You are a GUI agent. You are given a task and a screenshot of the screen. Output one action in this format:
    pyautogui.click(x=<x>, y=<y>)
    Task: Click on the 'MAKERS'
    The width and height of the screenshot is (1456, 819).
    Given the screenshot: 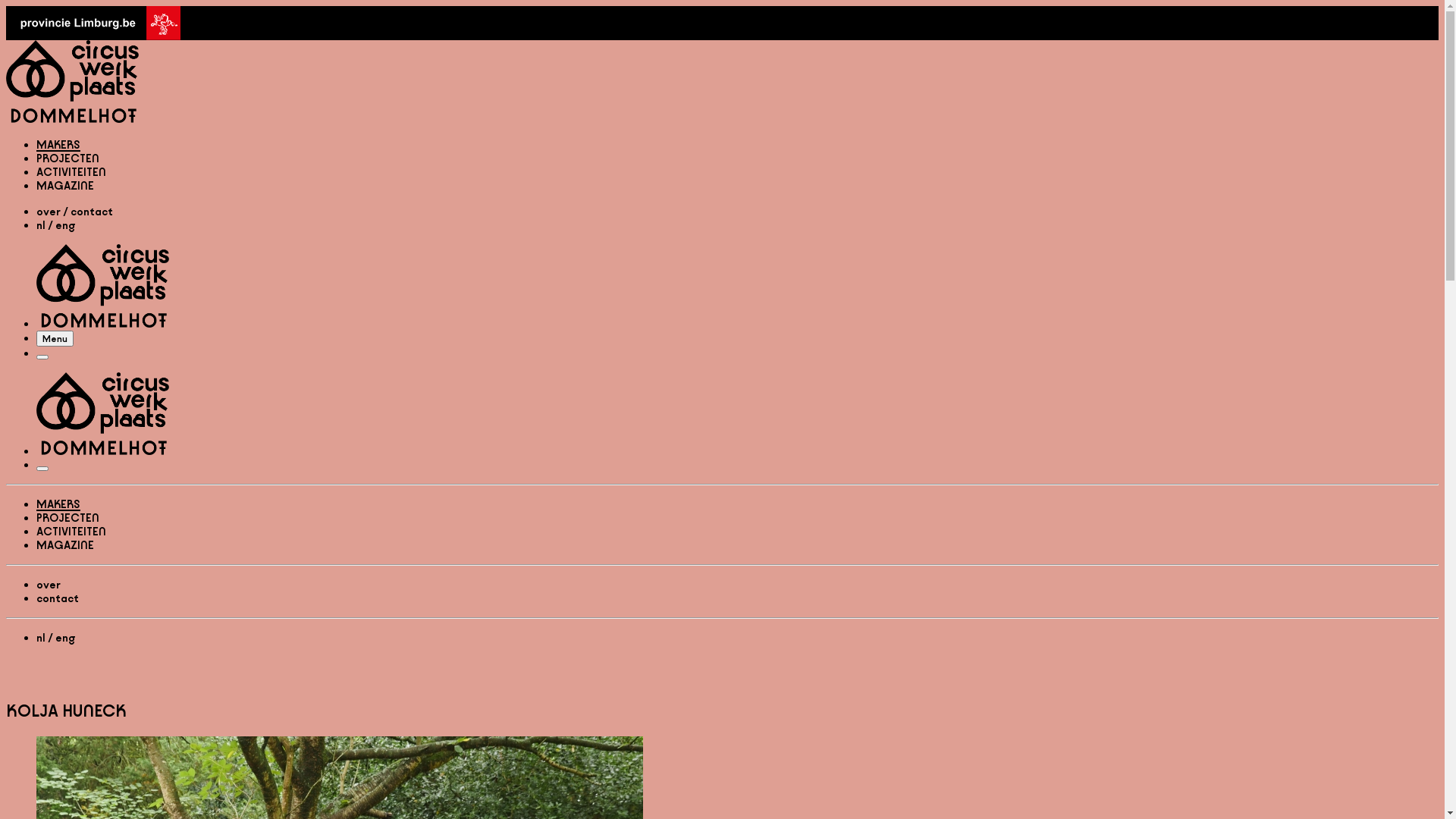 What is the action you would take?
    pyautogui.click(x=58, y=504)
    